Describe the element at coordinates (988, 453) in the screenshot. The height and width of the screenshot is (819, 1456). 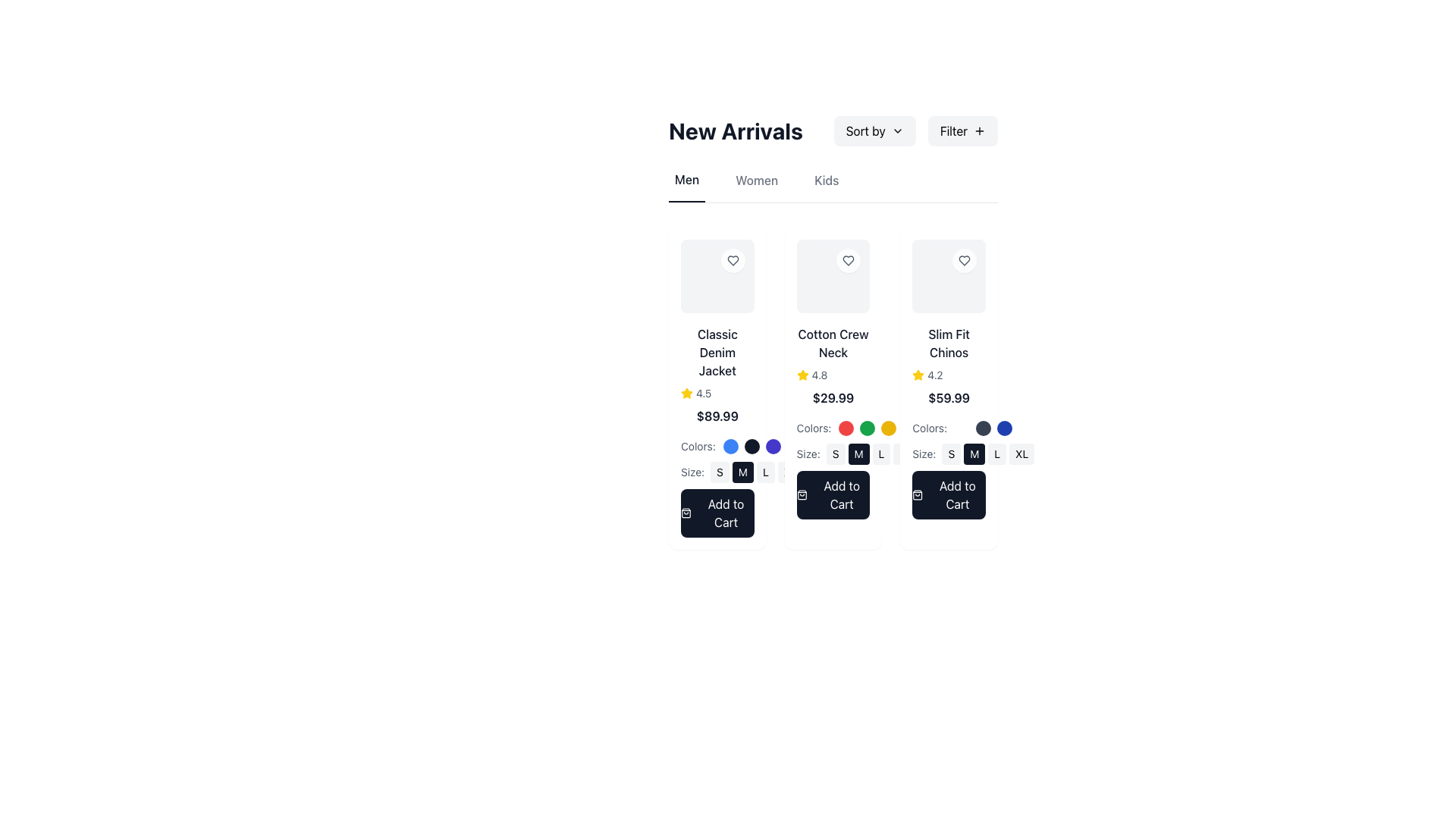
I see `the 'M' button in the Horizontal Button Group located below the 'Colors' section of the 'Slim Fit Chinos' product card` at that location.